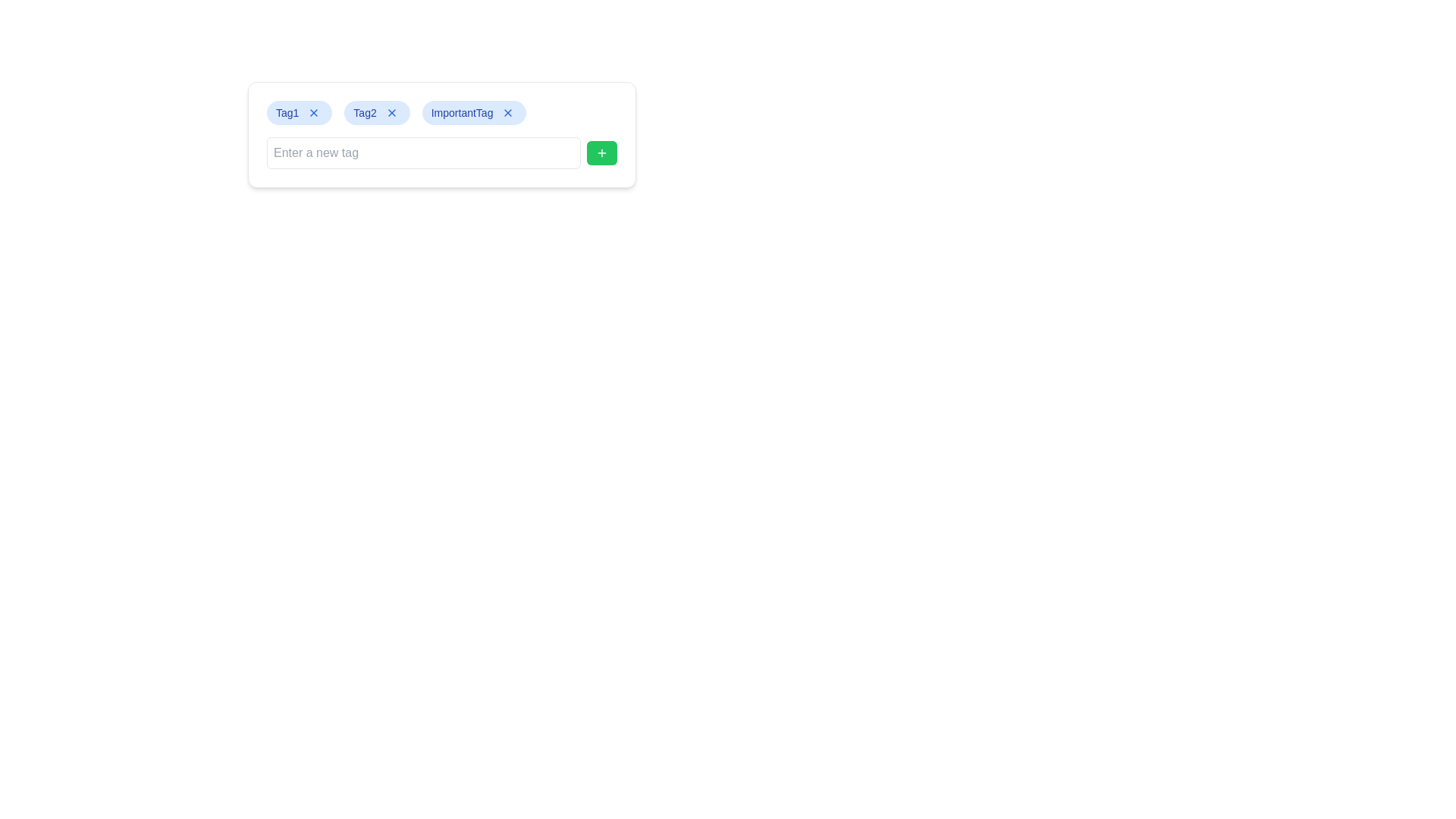 This screenshot has width=1456, height=819. I want to click on the green plus sign icon located at the bottom right of the text input field, so click(601, 152).